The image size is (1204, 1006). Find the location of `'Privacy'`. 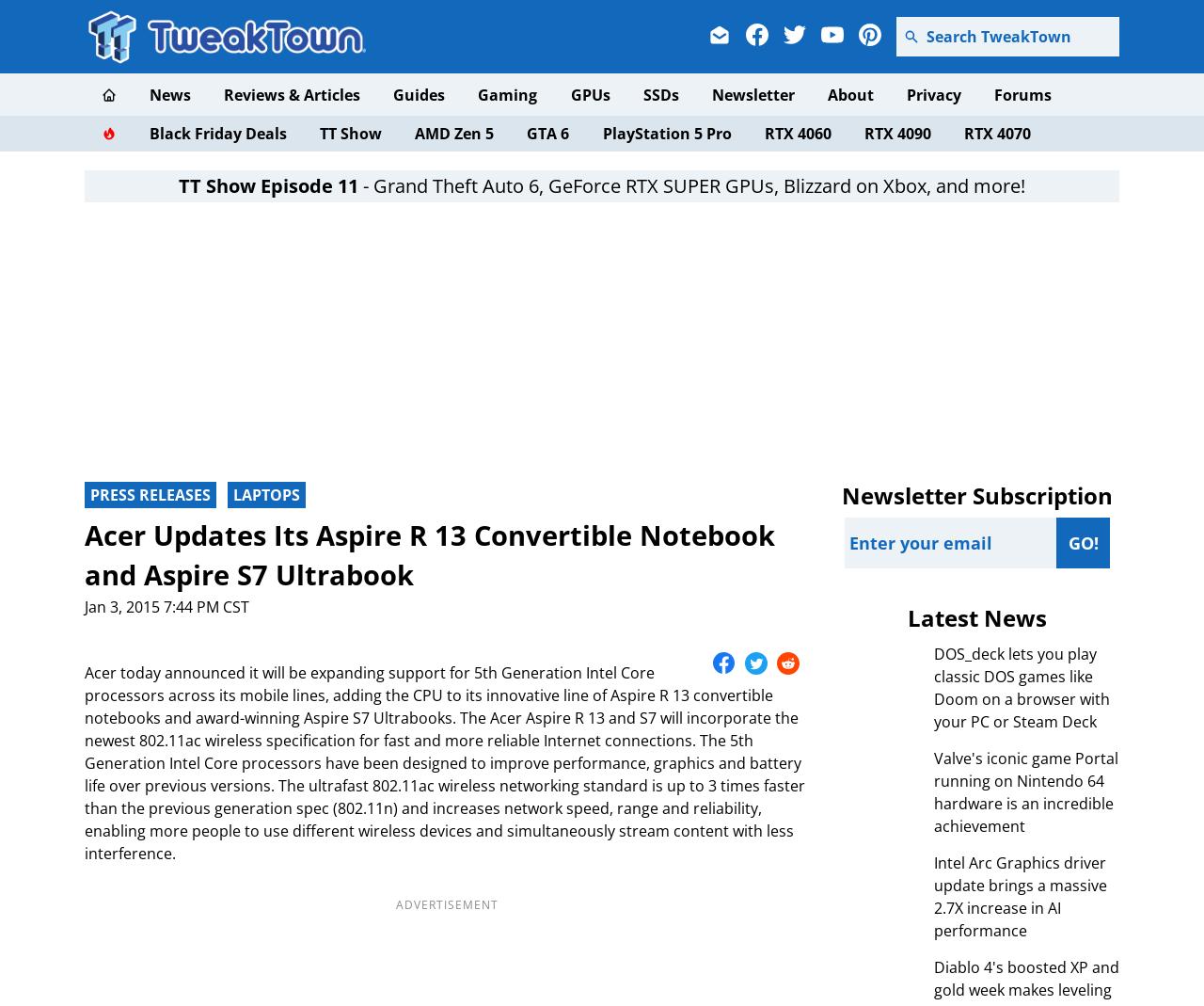

'Privacy' is located at coordinates (934, 94).